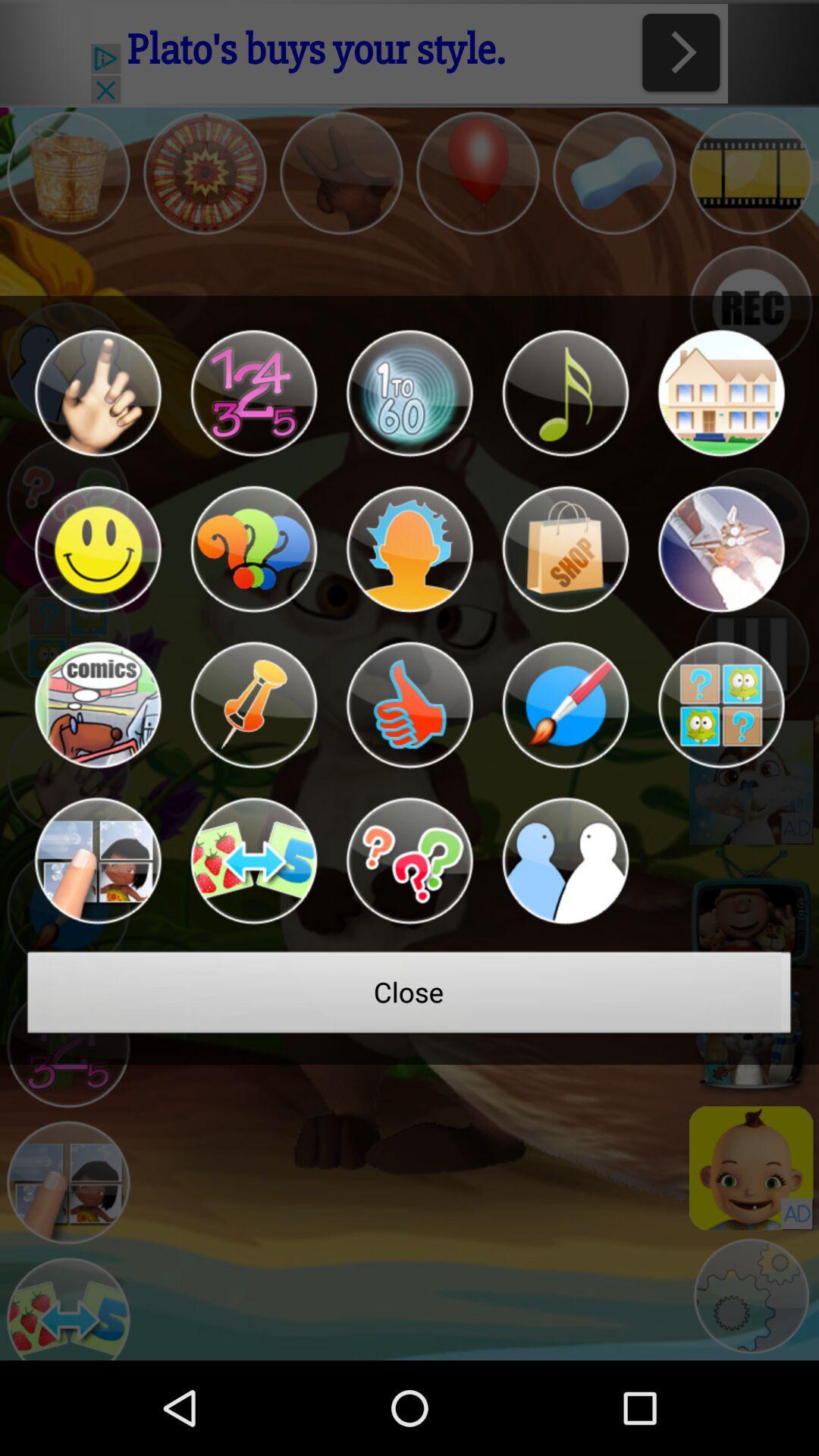 This screenshot has height=1456, width=819. Describe the element at coordinates (720, 421) in the screenshot. I see `the home icon` at that location.